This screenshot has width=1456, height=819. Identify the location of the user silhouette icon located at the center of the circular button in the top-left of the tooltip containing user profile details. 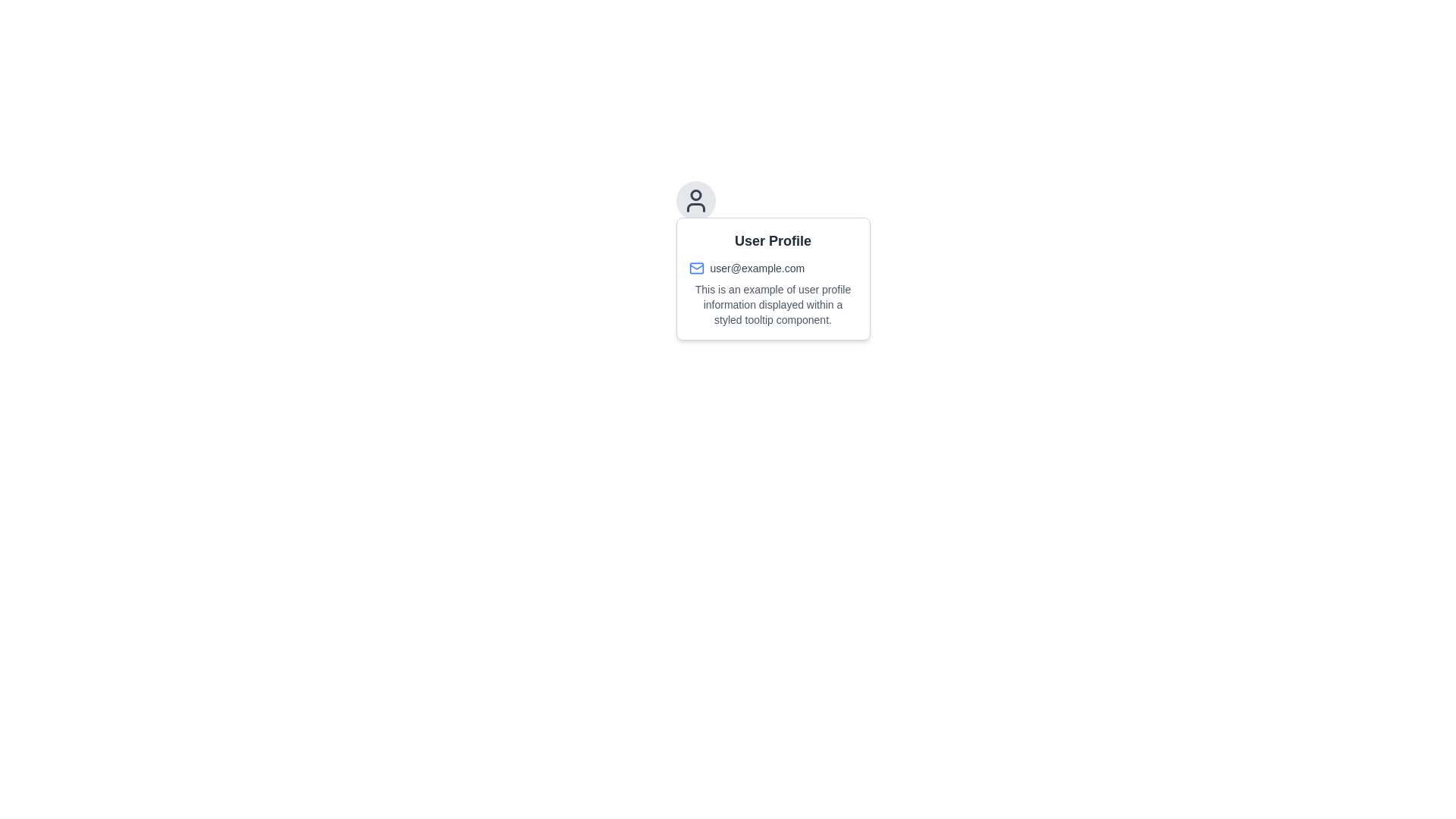
(695, 200).